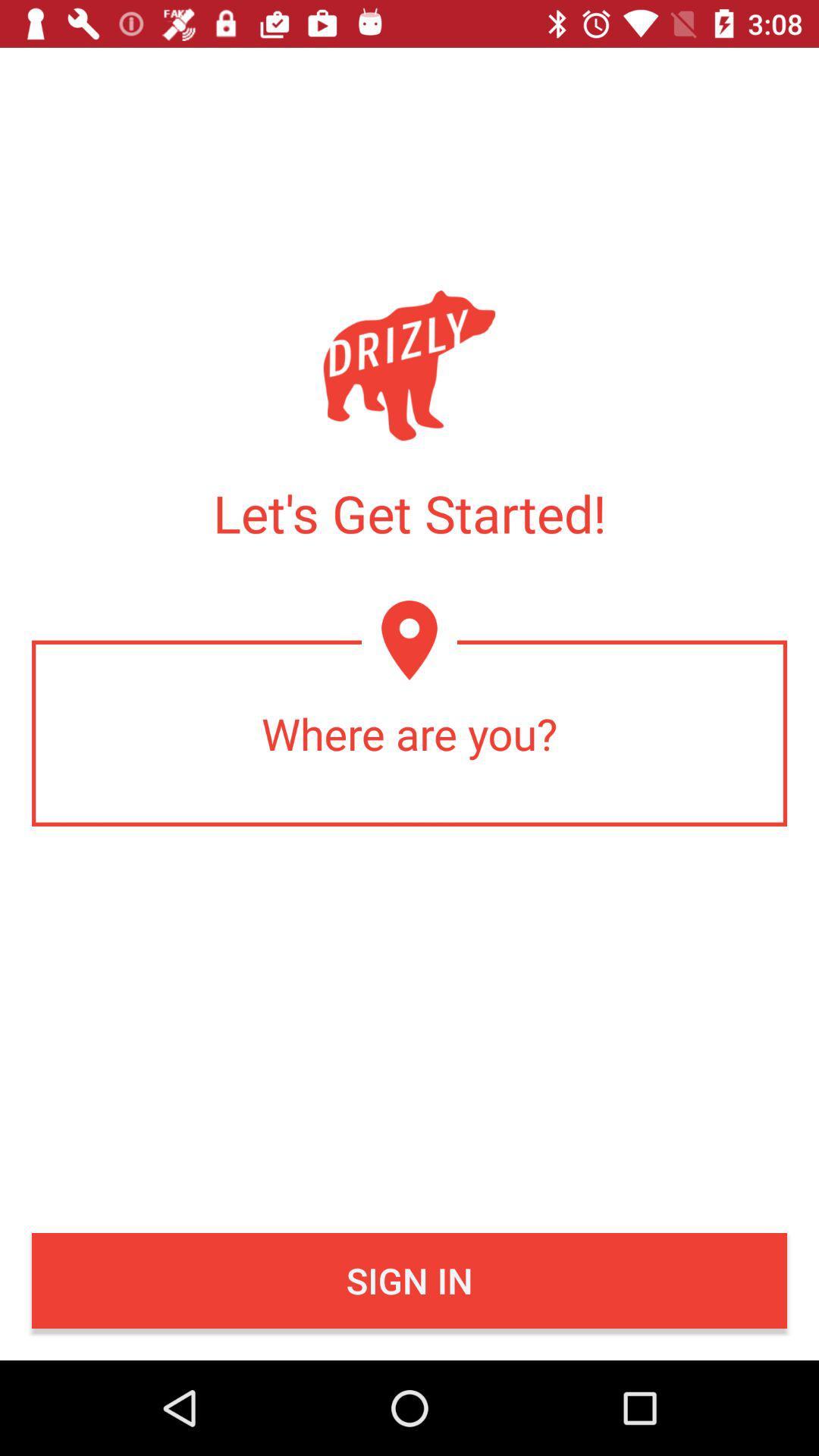  I want to click on the sign in icon, so click(409, 1280).